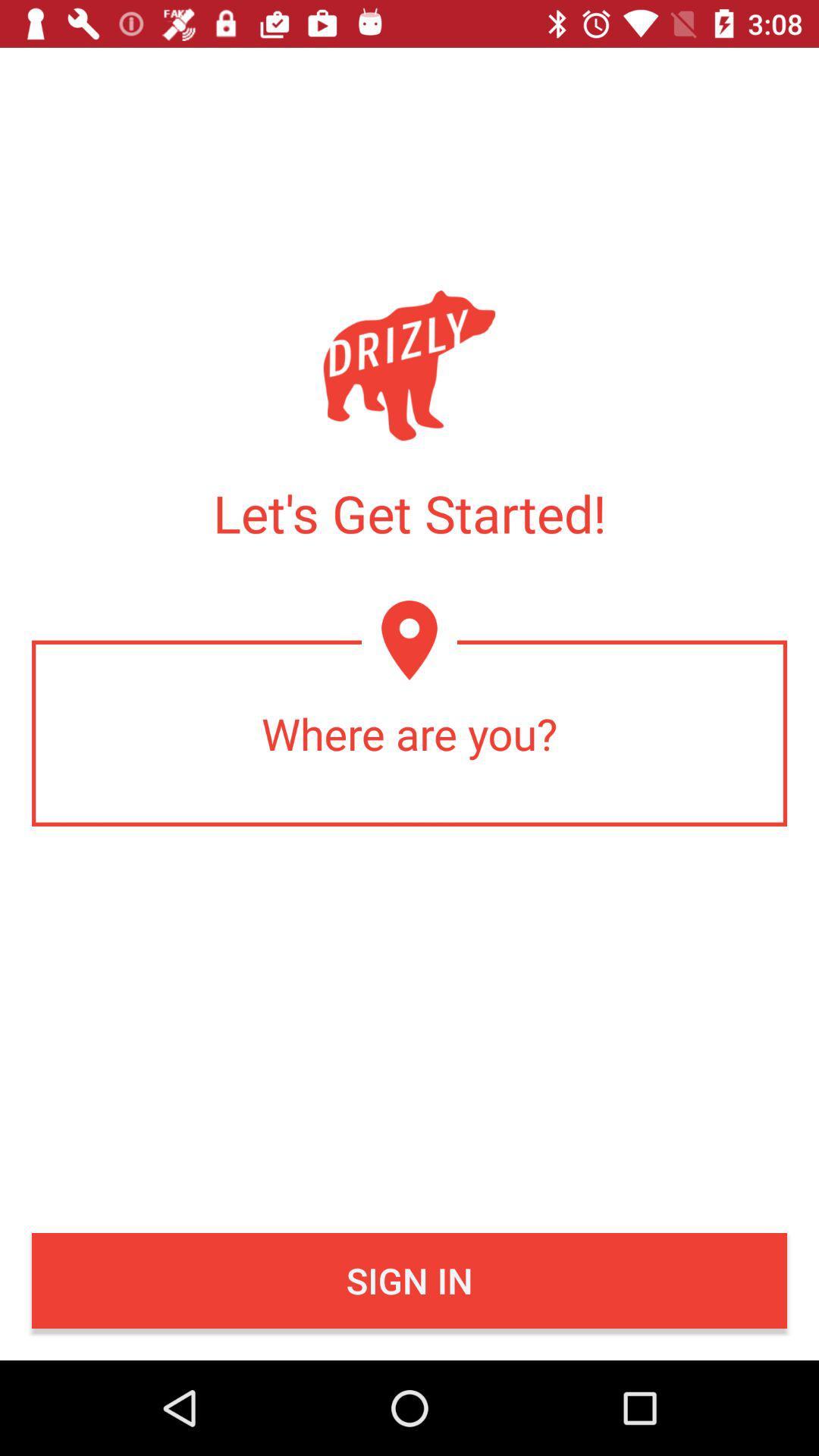  I want to click on the sign in icon, so click(409, 1280).